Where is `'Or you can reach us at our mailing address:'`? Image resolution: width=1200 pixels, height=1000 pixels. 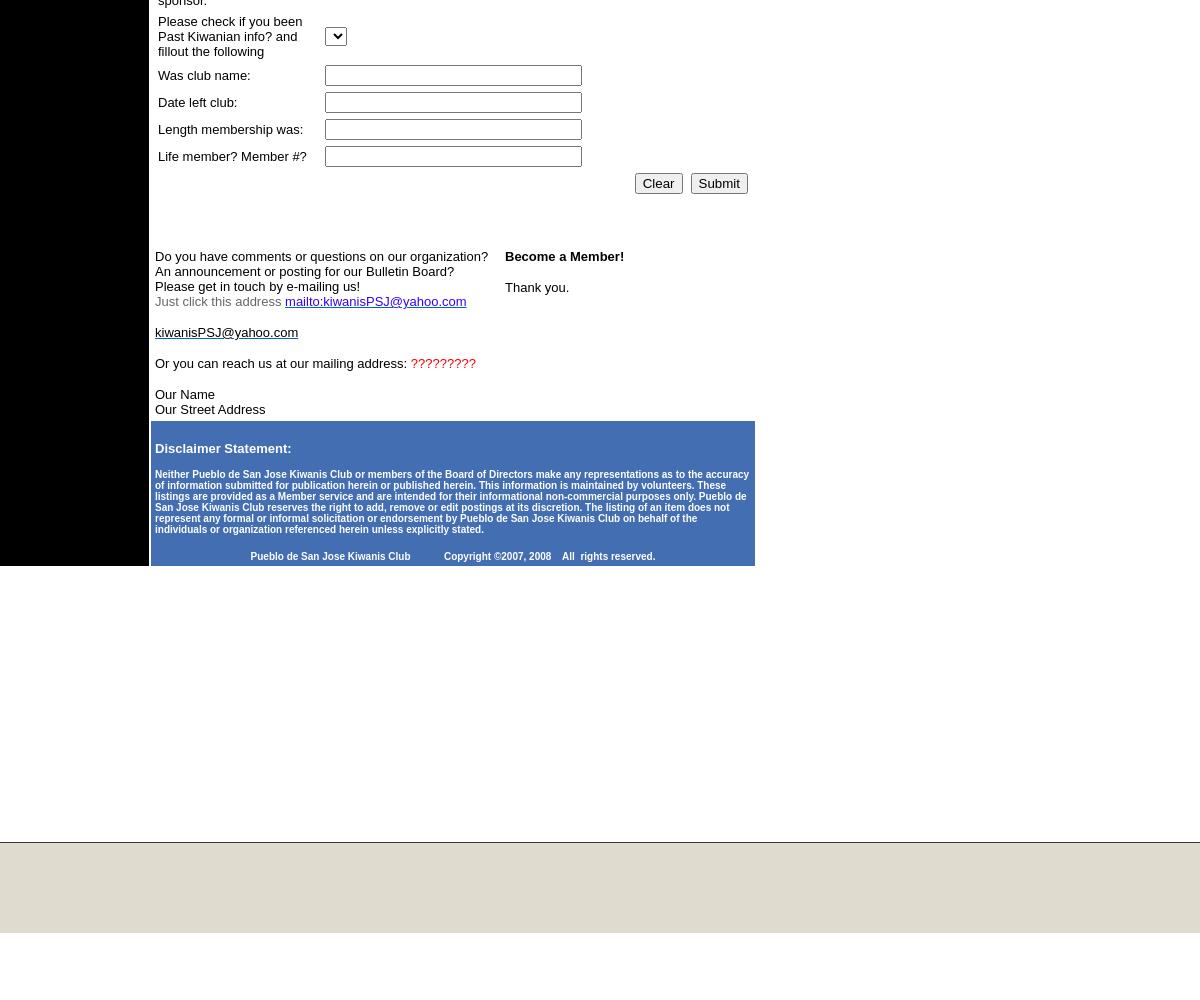
'Or you can reach us at our mailing address:' is located at coordinates (154, 362).